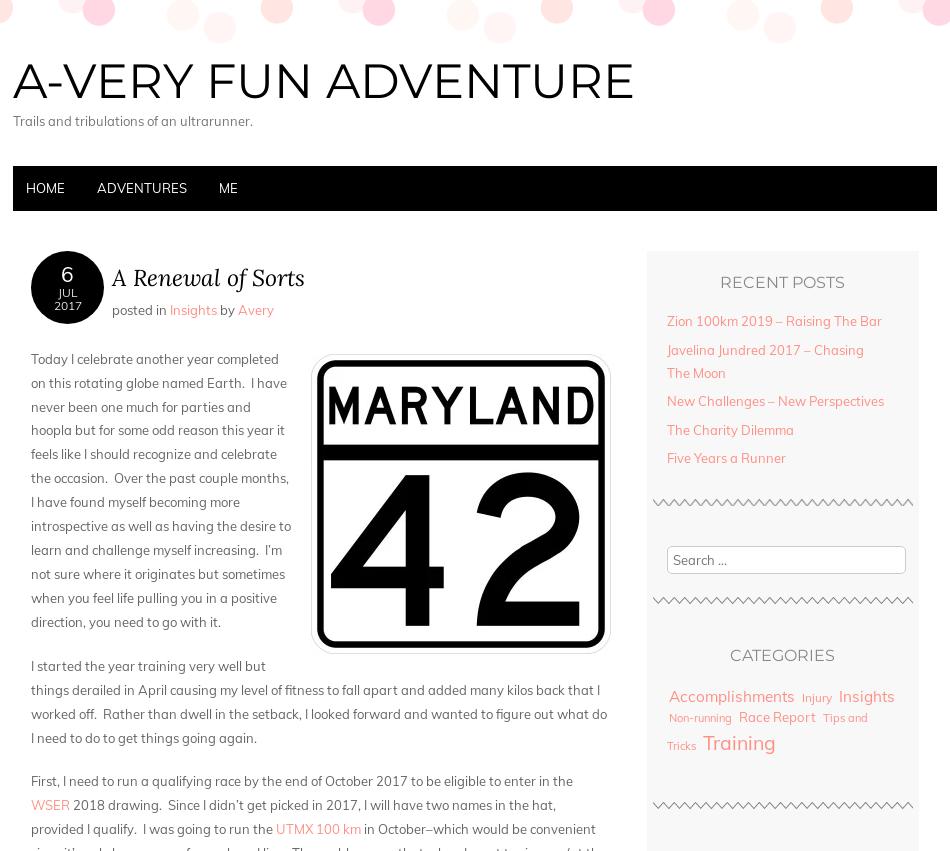 The height and width of the screenshot is (851, 950). I want to click on 'Non-running', so click(699, 716).